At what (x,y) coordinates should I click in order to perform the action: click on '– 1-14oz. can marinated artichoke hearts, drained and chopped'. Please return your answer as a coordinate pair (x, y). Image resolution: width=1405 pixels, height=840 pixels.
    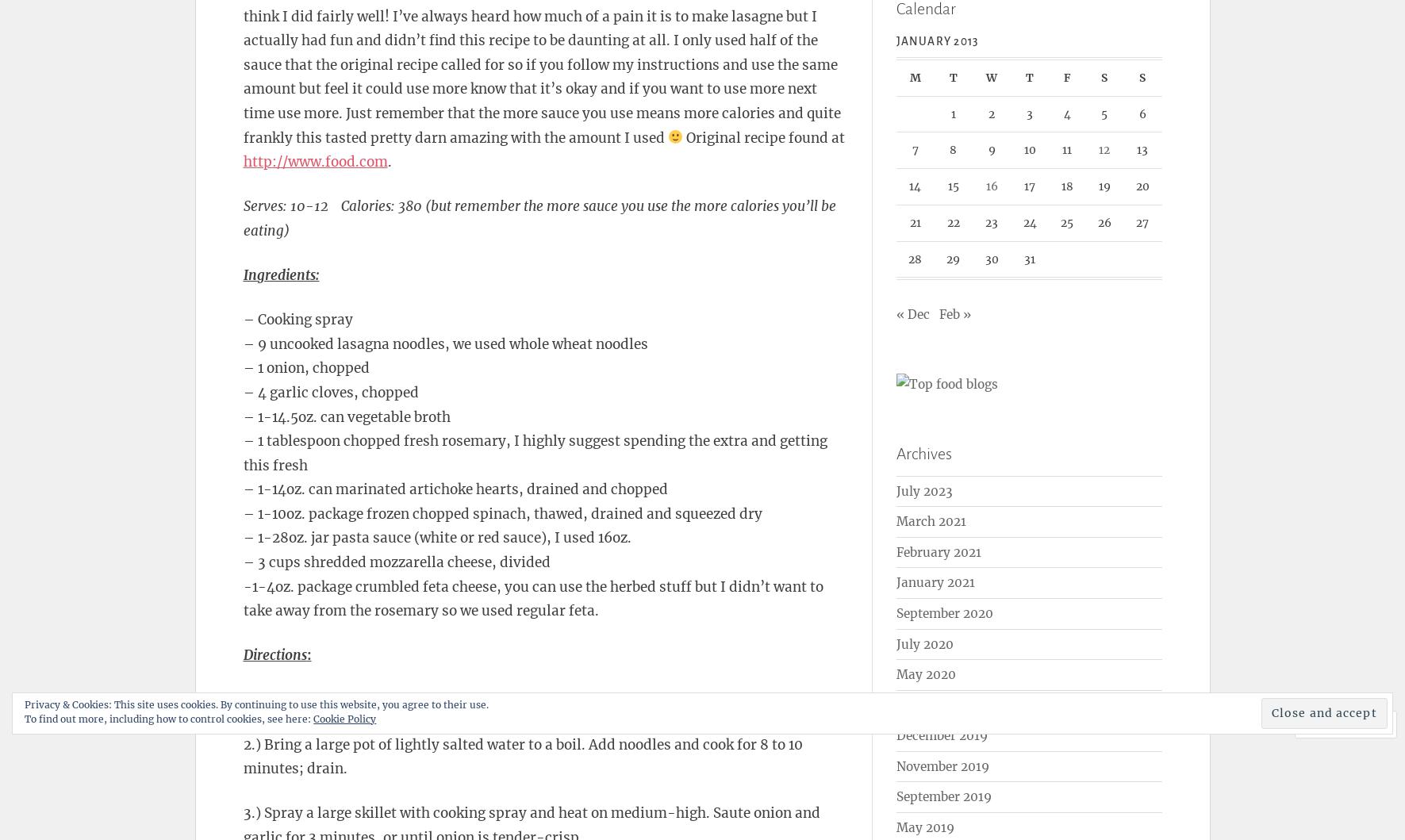
    Looking at the image, I should click on (242, 488).